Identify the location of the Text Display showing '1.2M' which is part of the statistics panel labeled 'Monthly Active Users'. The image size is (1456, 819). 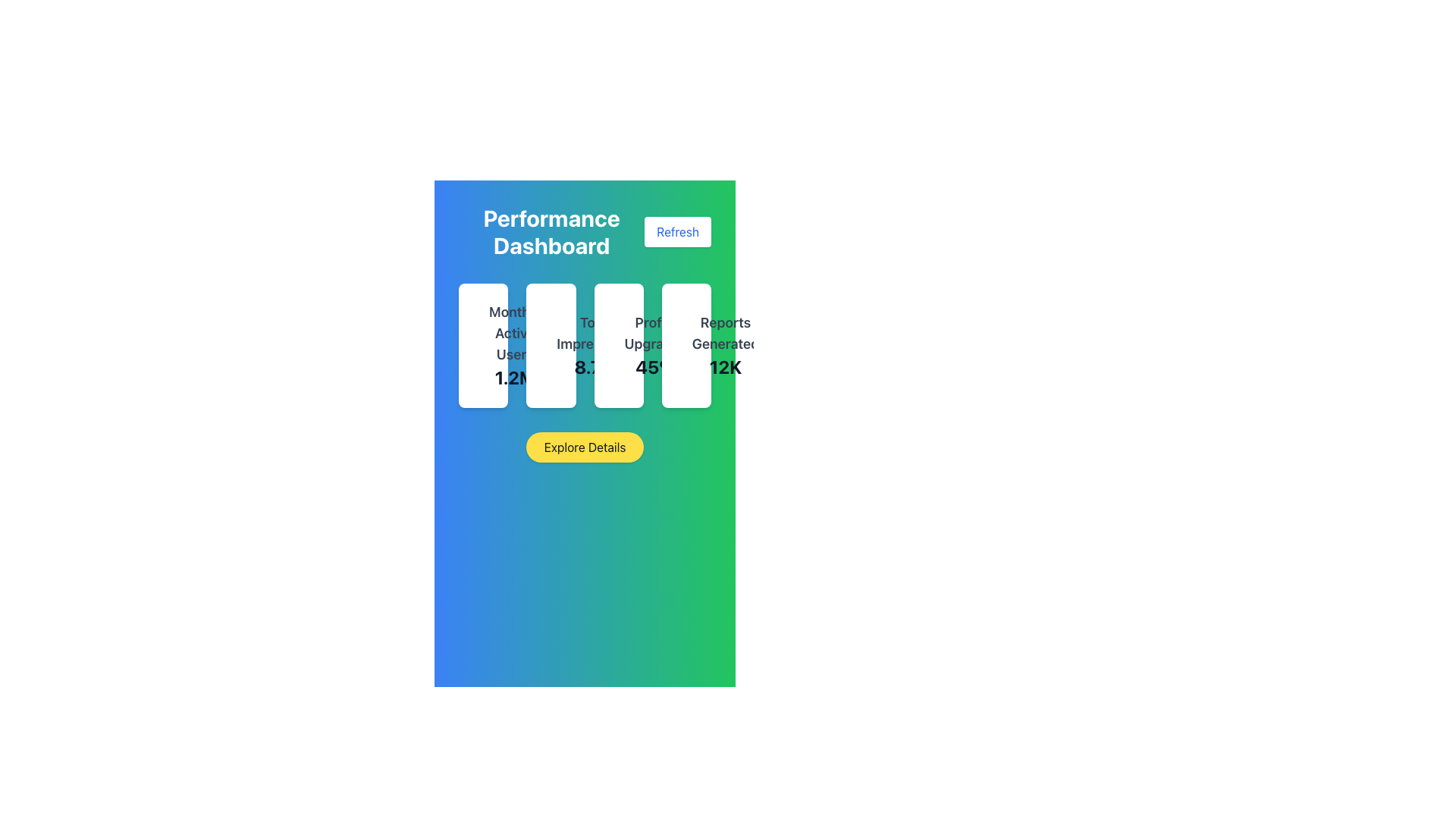
(515, 376).